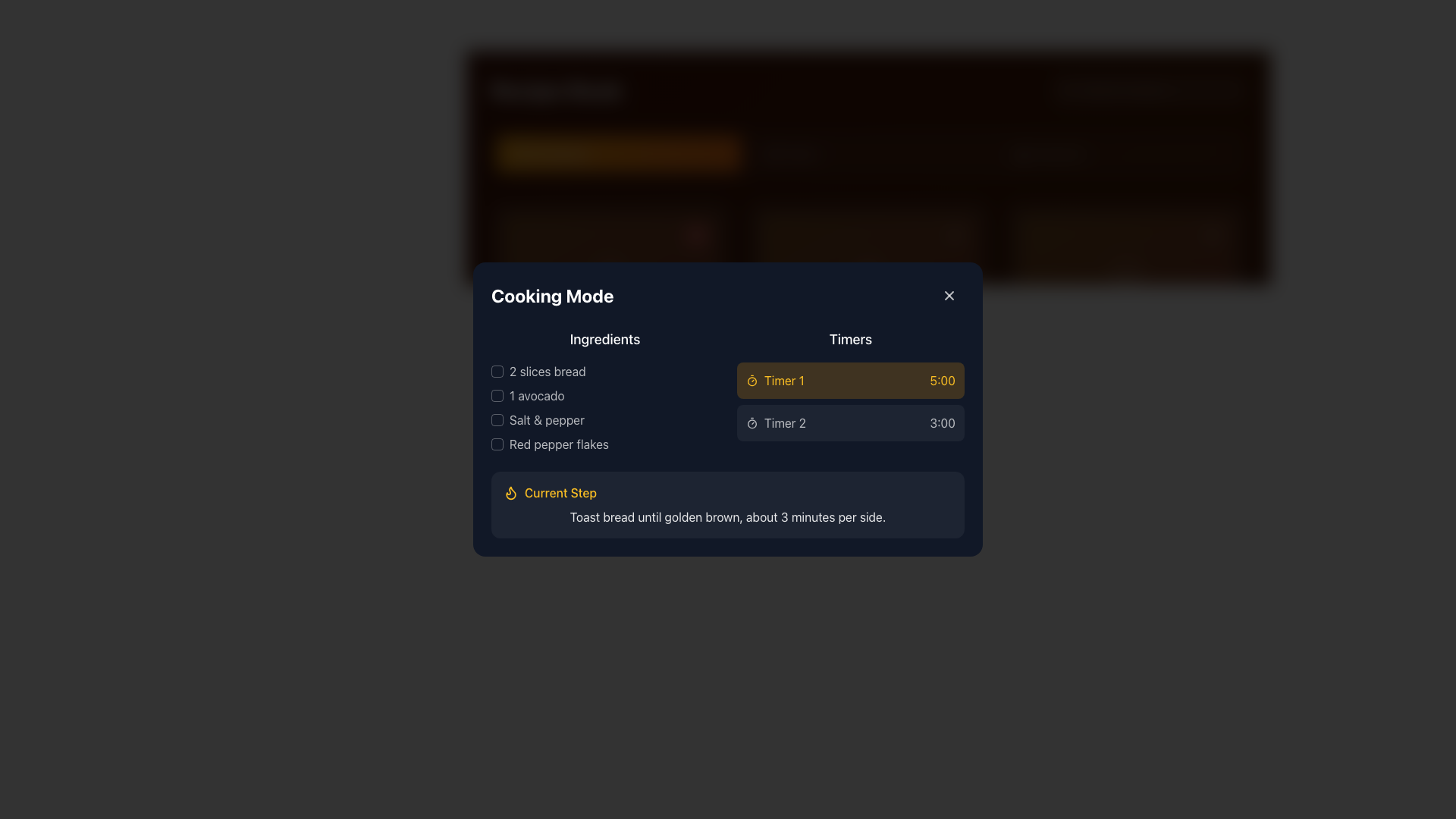 This screenshot has height=819, width=1456. Describe the element at coordinates (851, 379) in the screenshot. I see `the Timer display labeled 'Timer 1'` at that location.